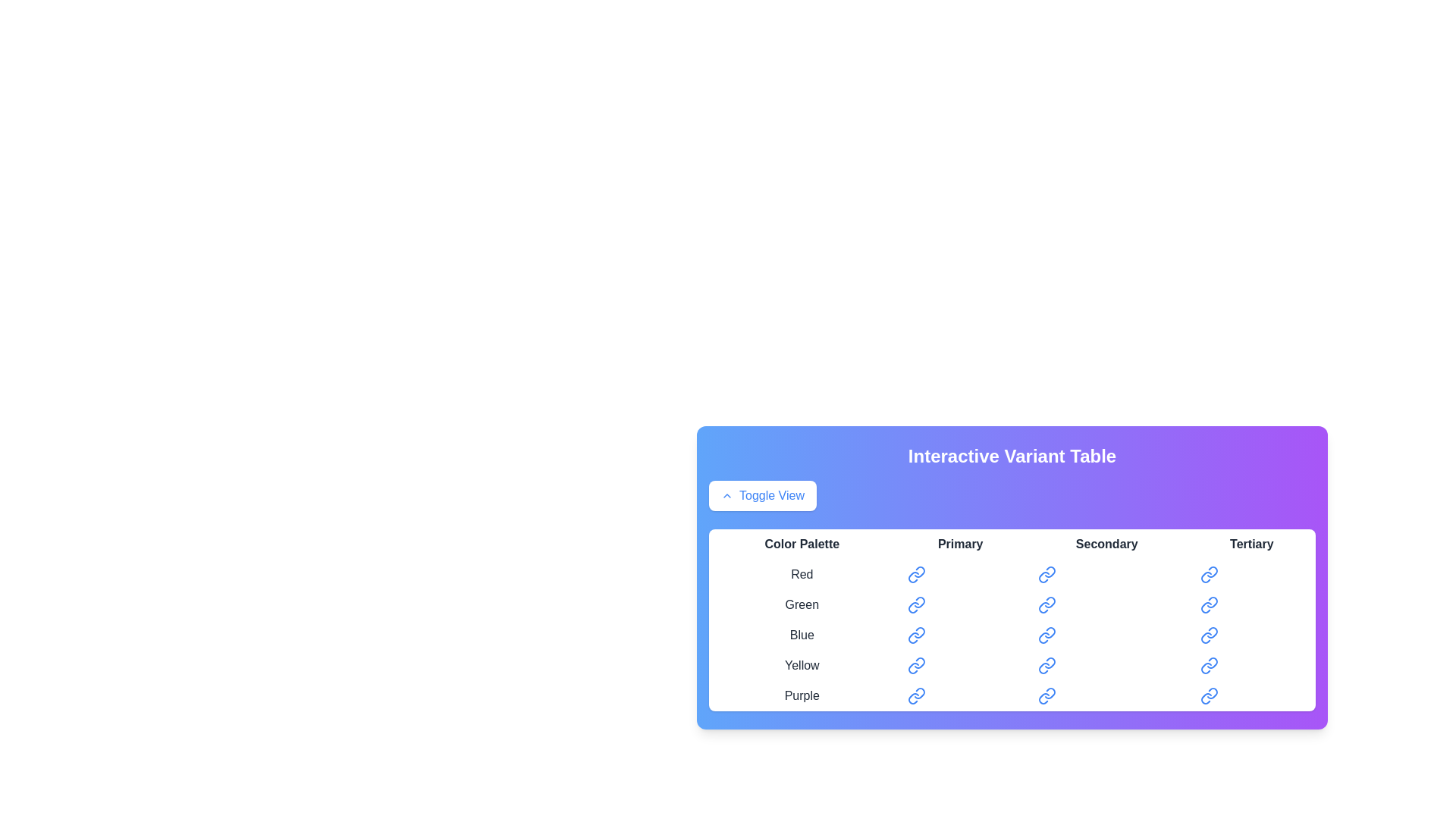 The width and height of the screenshot is (1456, 819). Describe the element at coordinates (1208, 575) in the screenshot. I see `the Hyperlink Icon, which is an SVG styled as a link symbol located in the 'Tertiary' column under the 'Red' row of the Interactive Variant Table` at that location.